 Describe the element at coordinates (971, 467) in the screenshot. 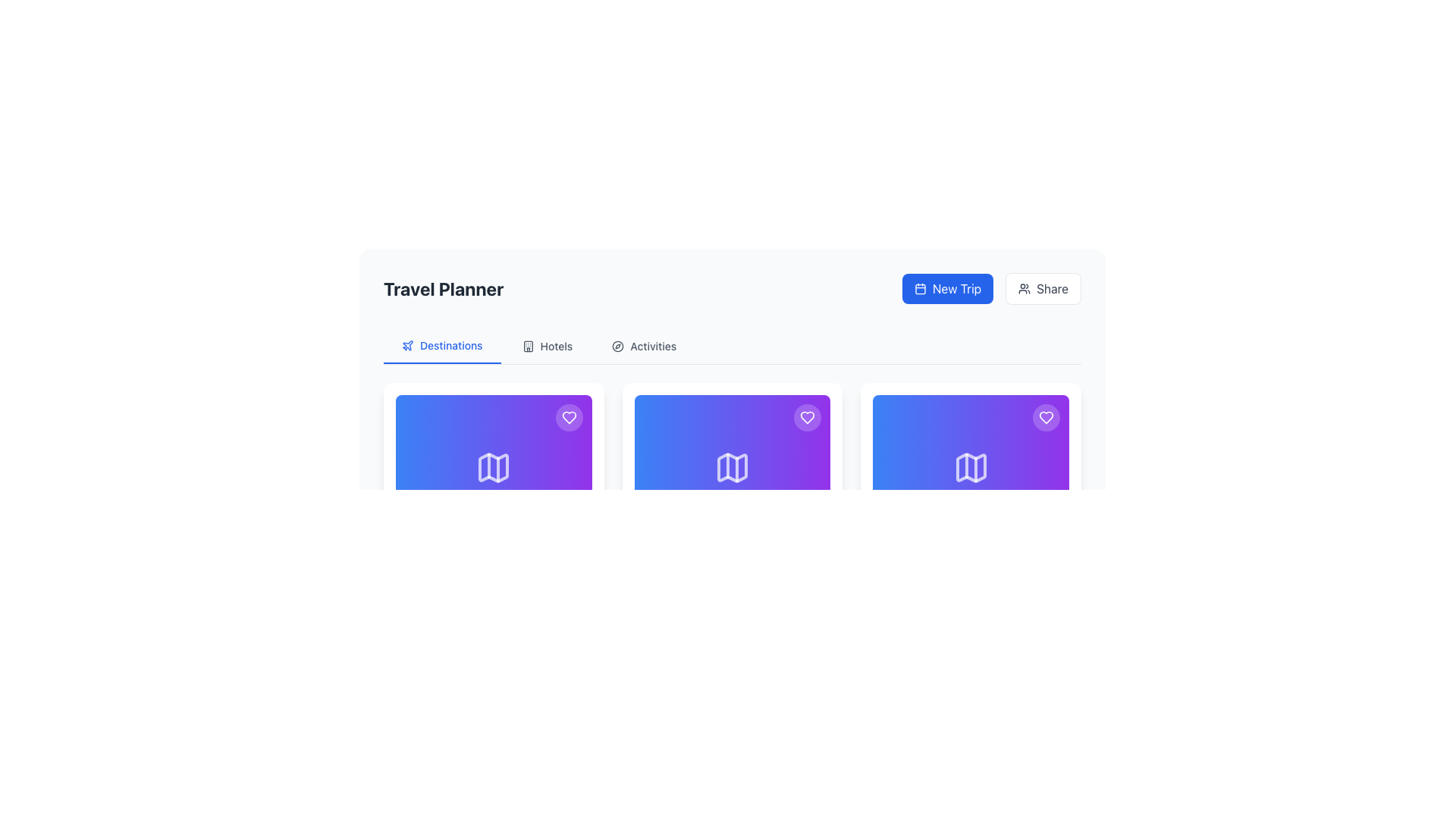

I see `the third button-like card element in the travel planner interface` at that location.